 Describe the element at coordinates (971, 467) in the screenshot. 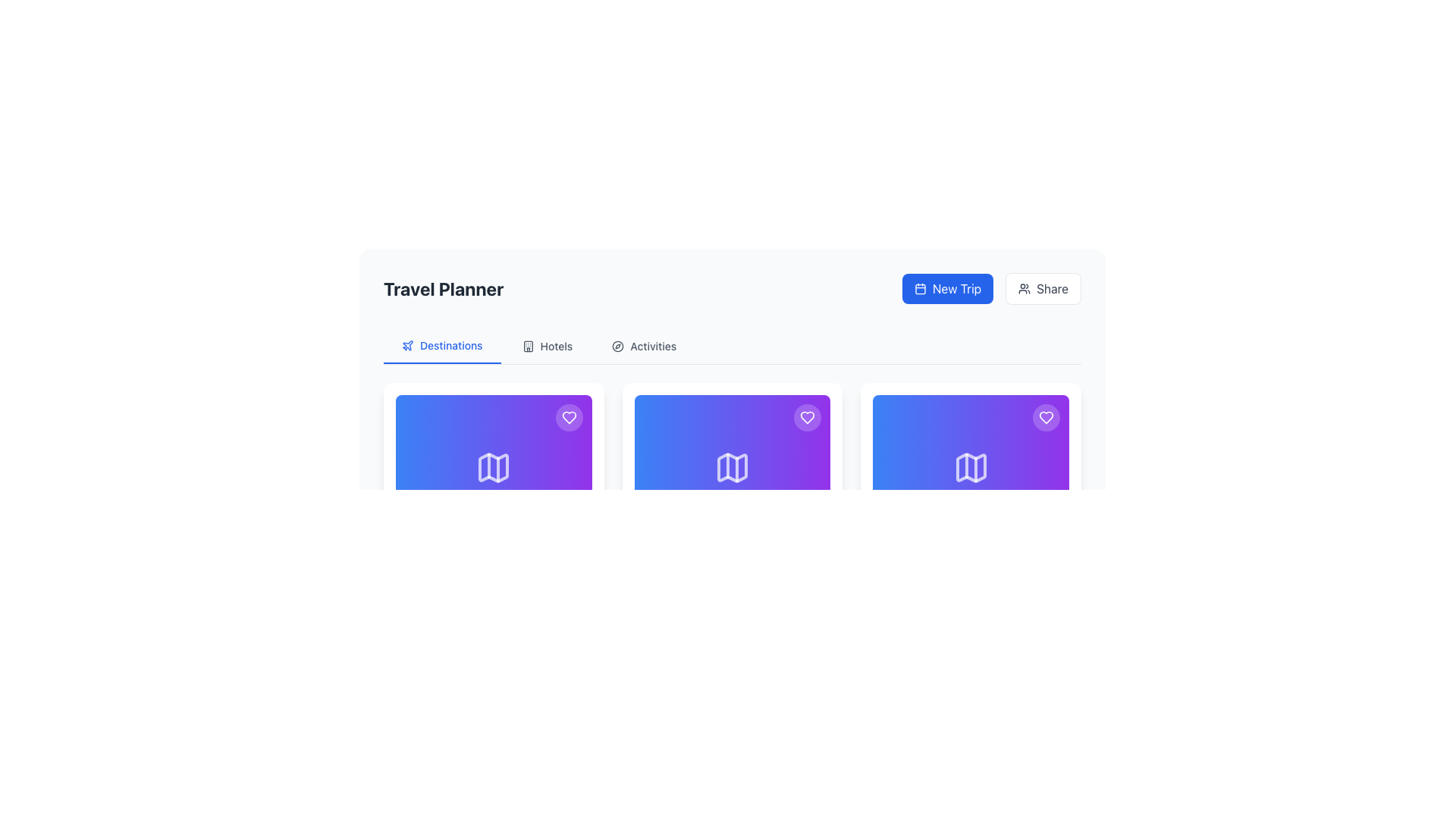

I see `the third button-like card element in the travel planner interface` at that location.